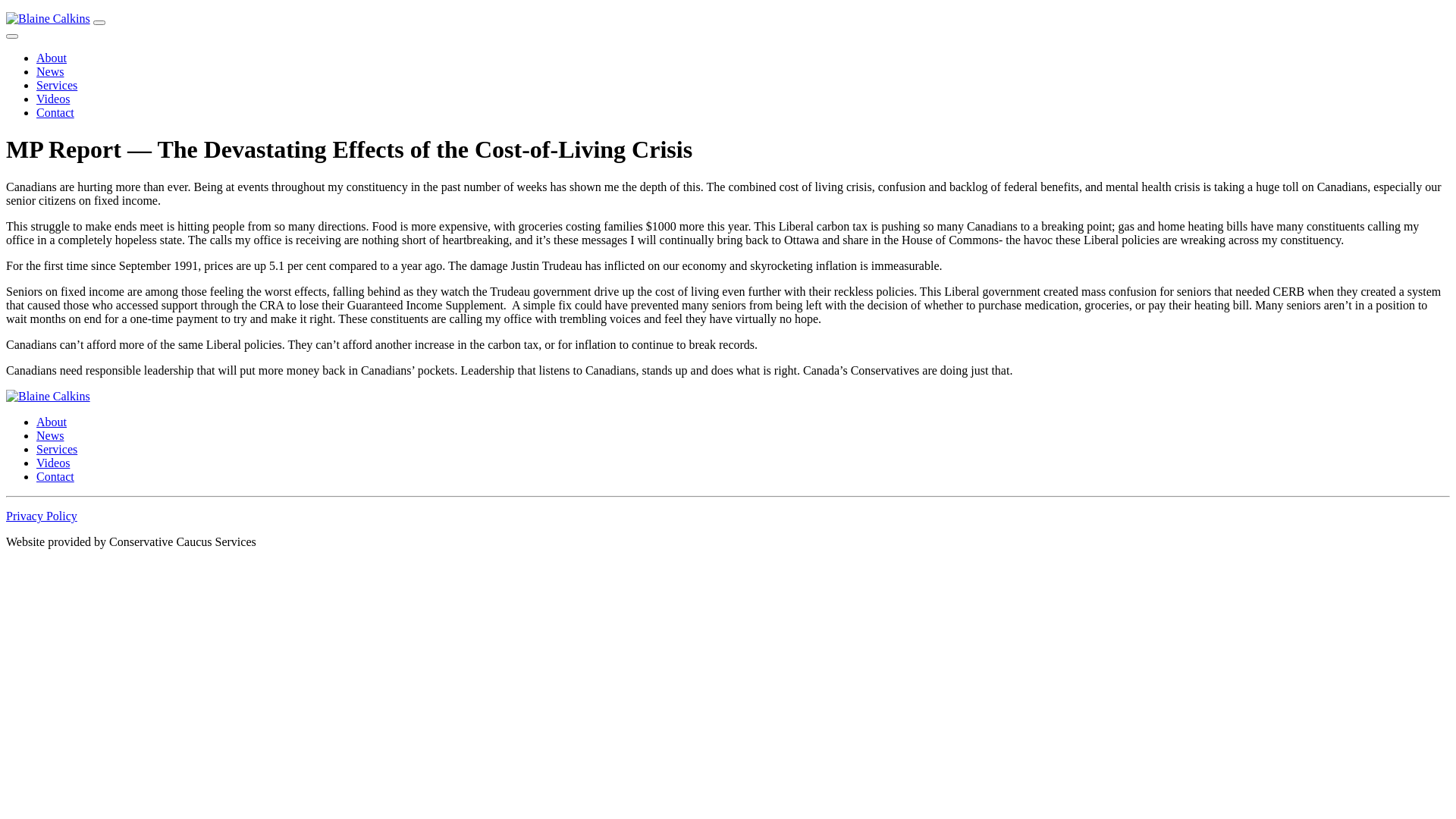  I want to click on 'Videos', so click(36, 462).